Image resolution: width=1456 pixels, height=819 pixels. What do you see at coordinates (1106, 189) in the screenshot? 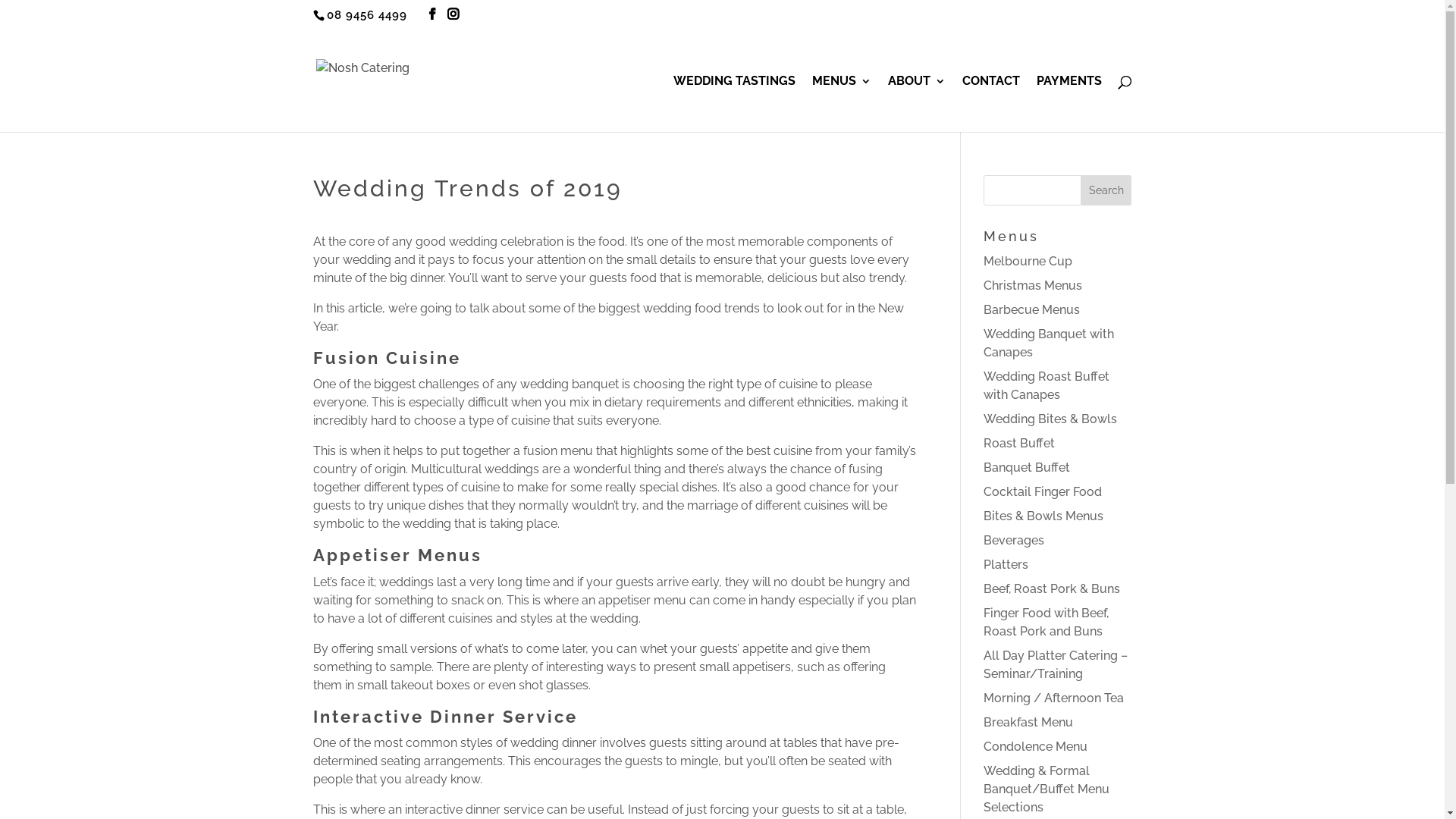
I see `'Search'` at bounding box center [1106, 189].